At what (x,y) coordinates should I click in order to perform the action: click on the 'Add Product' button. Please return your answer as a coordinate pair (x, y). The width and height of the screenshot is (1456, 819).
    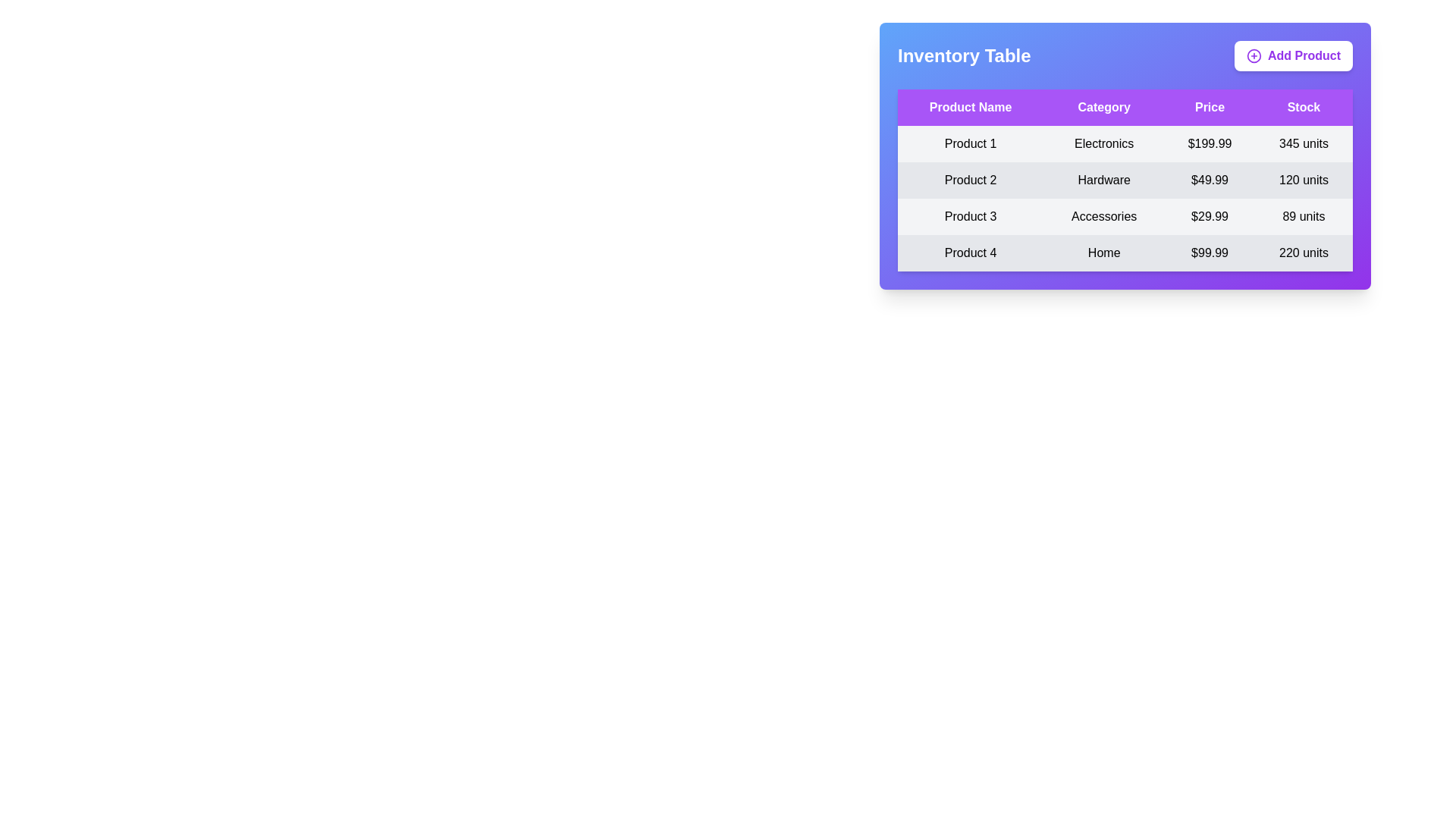
    Looking at the image, I should click on (1292, 55).